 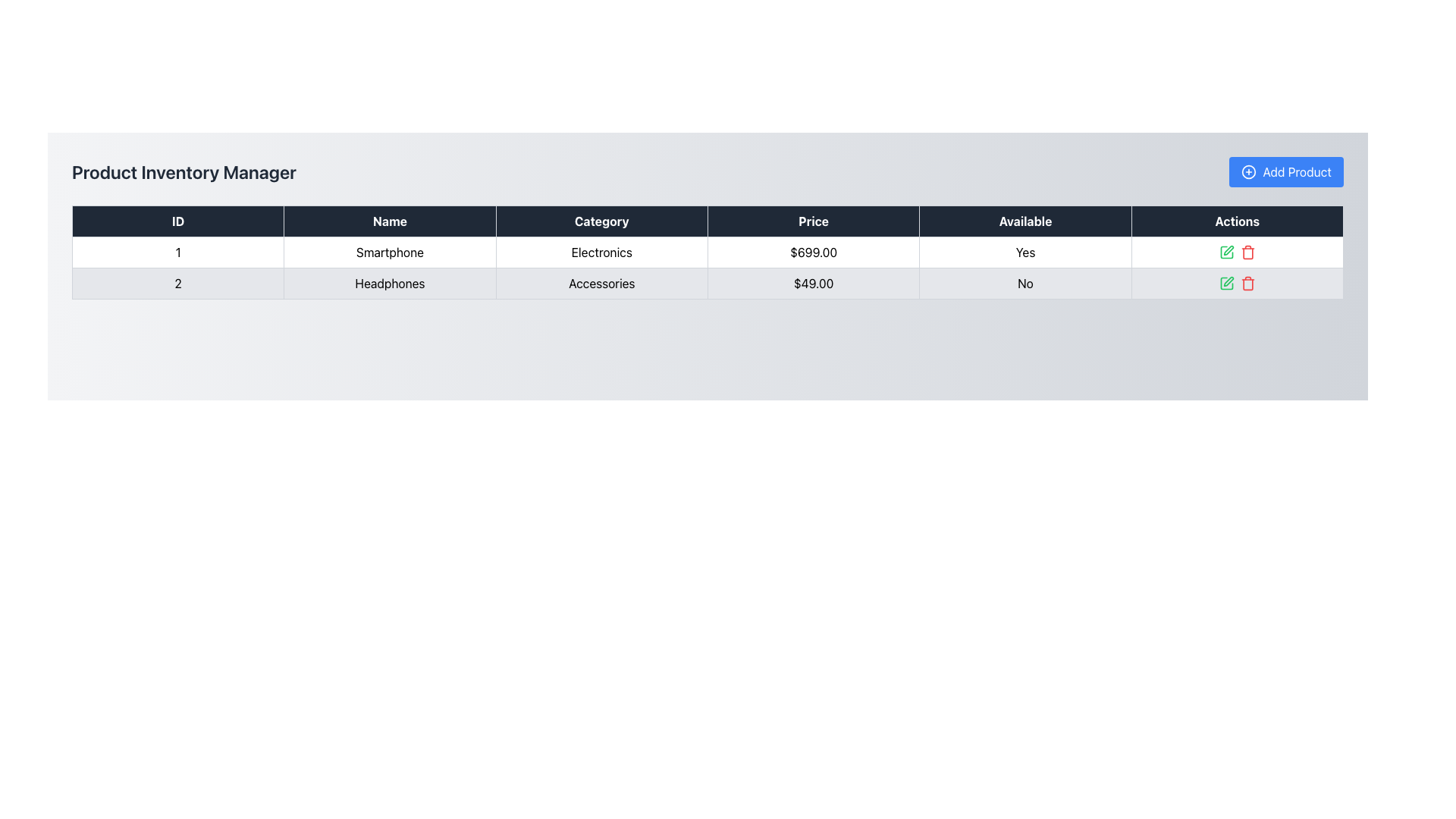 I want to click on the trash icon embedded in the delete button located in the 'Actions' column of the second row in the table, so click(x=1247, y=253).